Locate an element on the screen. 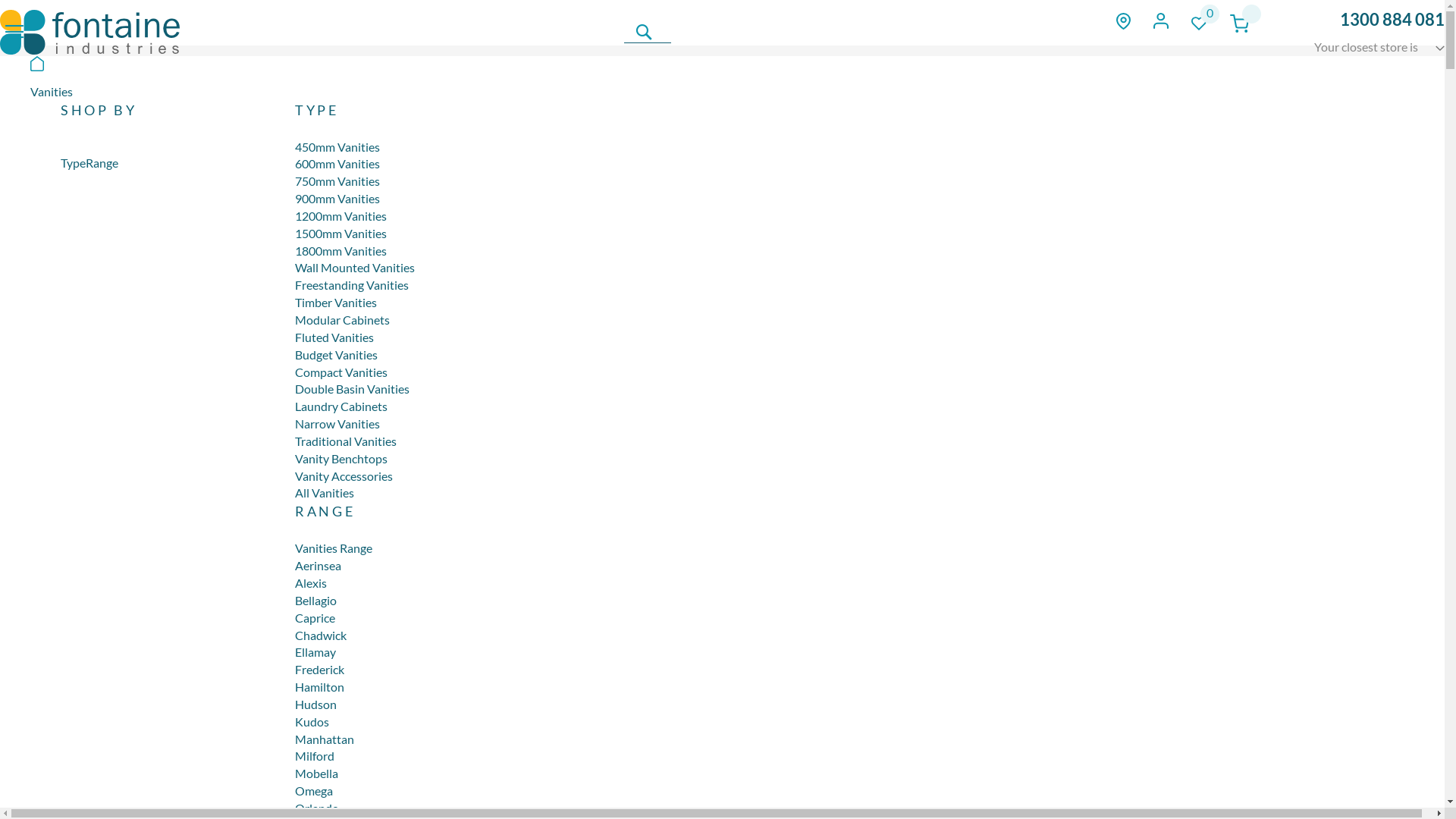 Image resolution: width=1456 pixels, height=819 pixels. 'My Cart' is located at coordinates (1239, 23).